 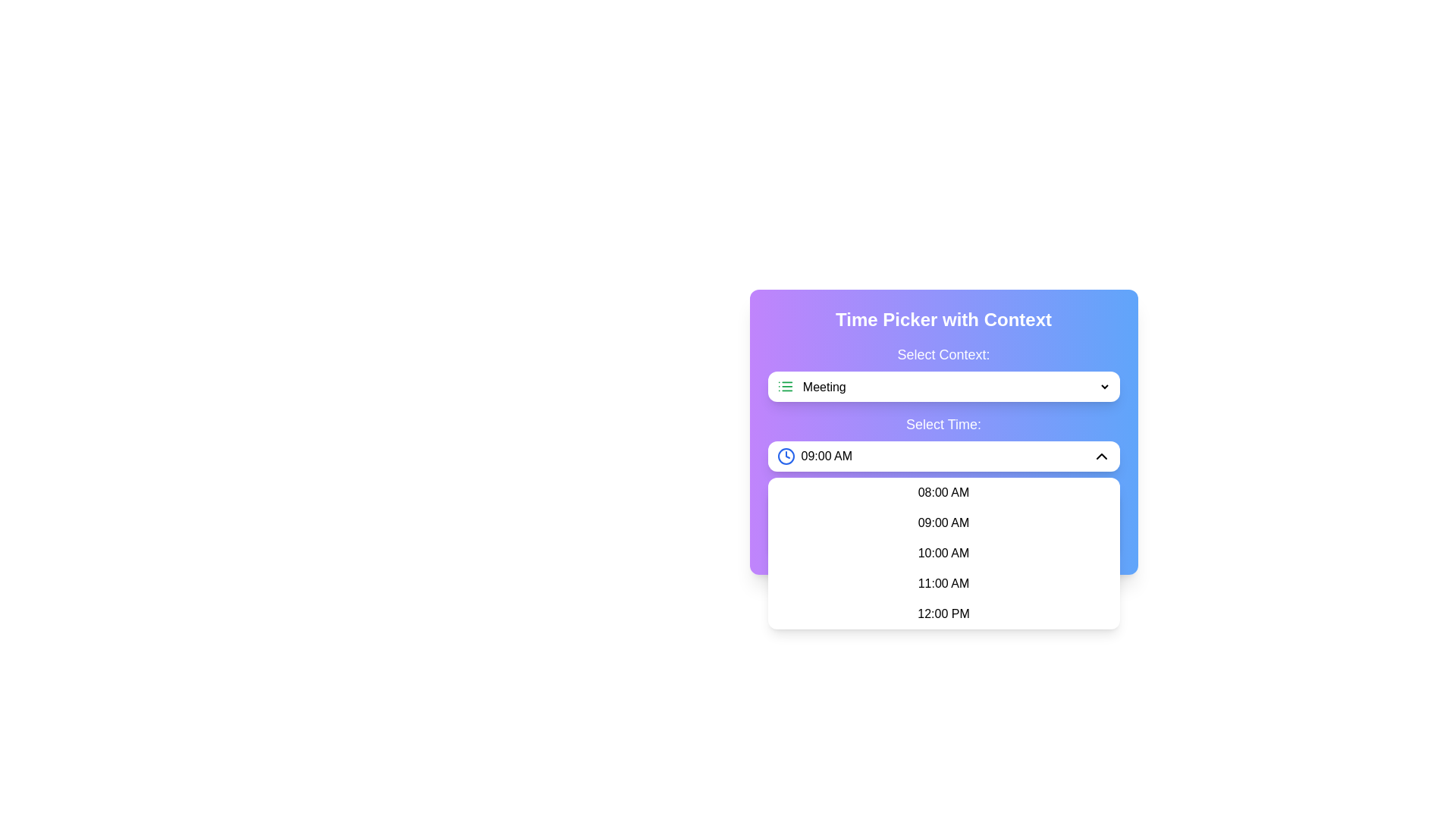 What do you see at coordinates (943, 442) in the screenshot?
I see `a time option from the dropdown menu located beneath the 'Select Context:' dropdown, which is centered within the interface card` at bounding box center [943, 442].